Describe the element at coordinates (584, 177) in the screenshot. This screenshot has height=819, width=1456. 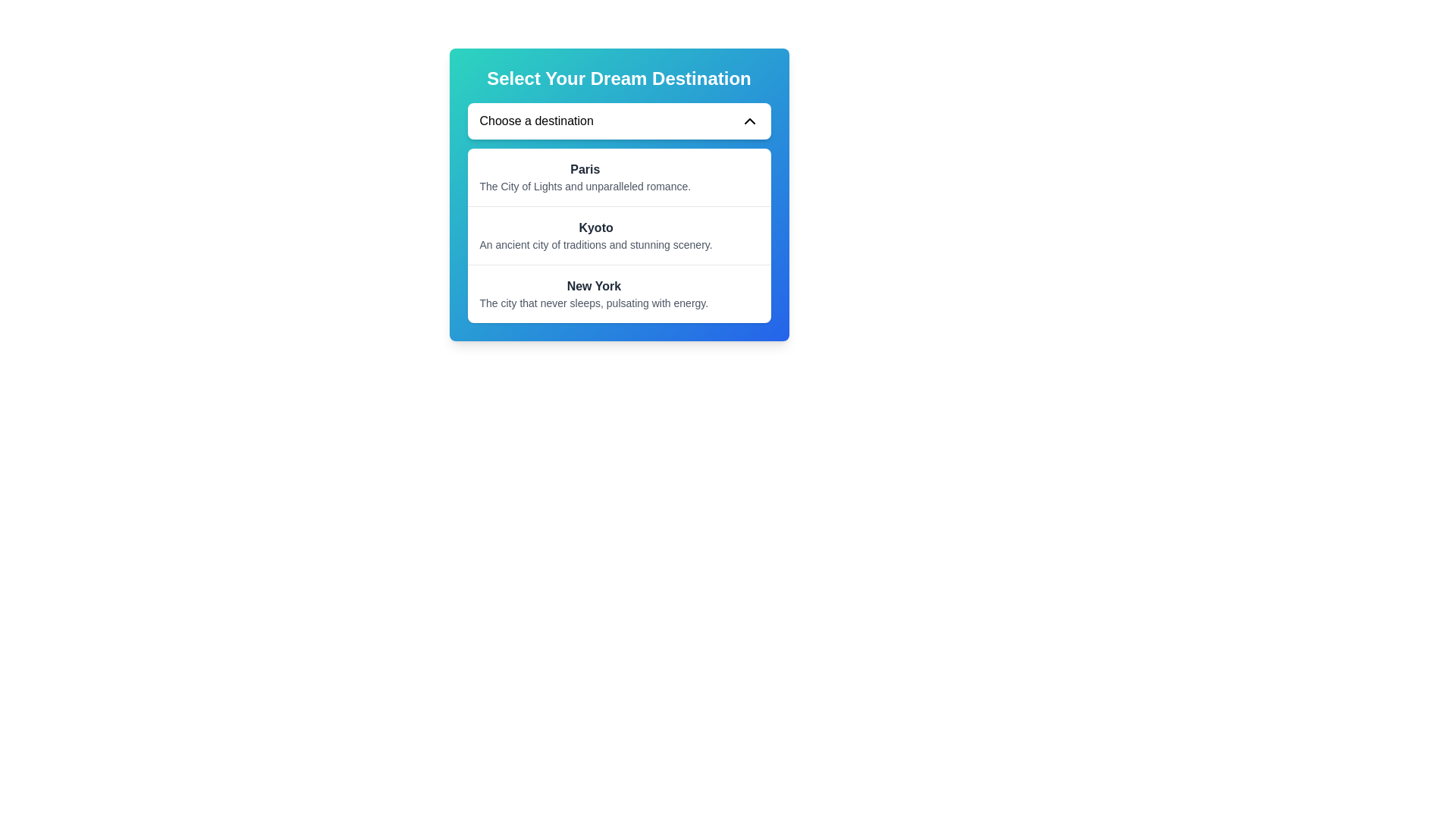
I see `the first selectable option in the list, which highlights the destination 'Paris'` at that location.